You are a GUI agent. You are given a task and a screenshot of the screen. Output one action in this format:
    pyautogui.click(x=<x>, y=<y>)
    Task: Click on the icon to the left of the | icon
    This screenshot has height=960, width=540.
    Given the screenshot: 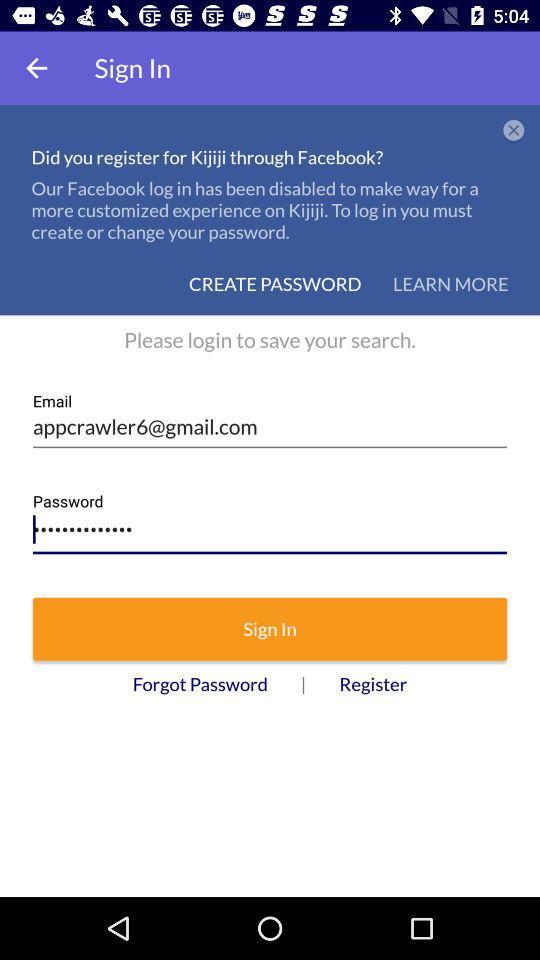 What is the action you would take?
    pyautogui.click(x=200, y=684)
    